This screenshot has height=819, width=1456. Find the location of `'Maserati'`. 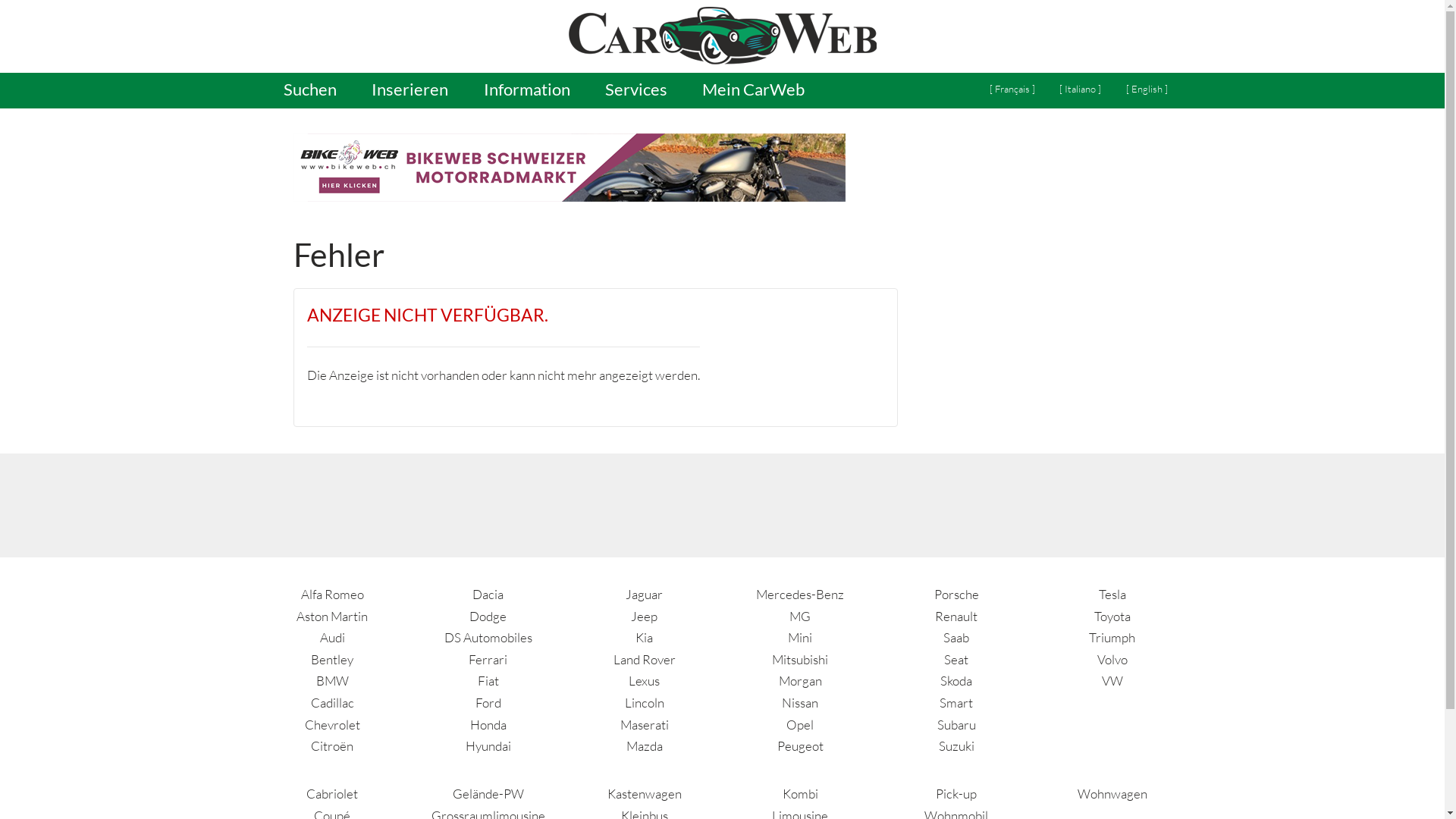

'Maserati' is located at coordinates (644, 723).